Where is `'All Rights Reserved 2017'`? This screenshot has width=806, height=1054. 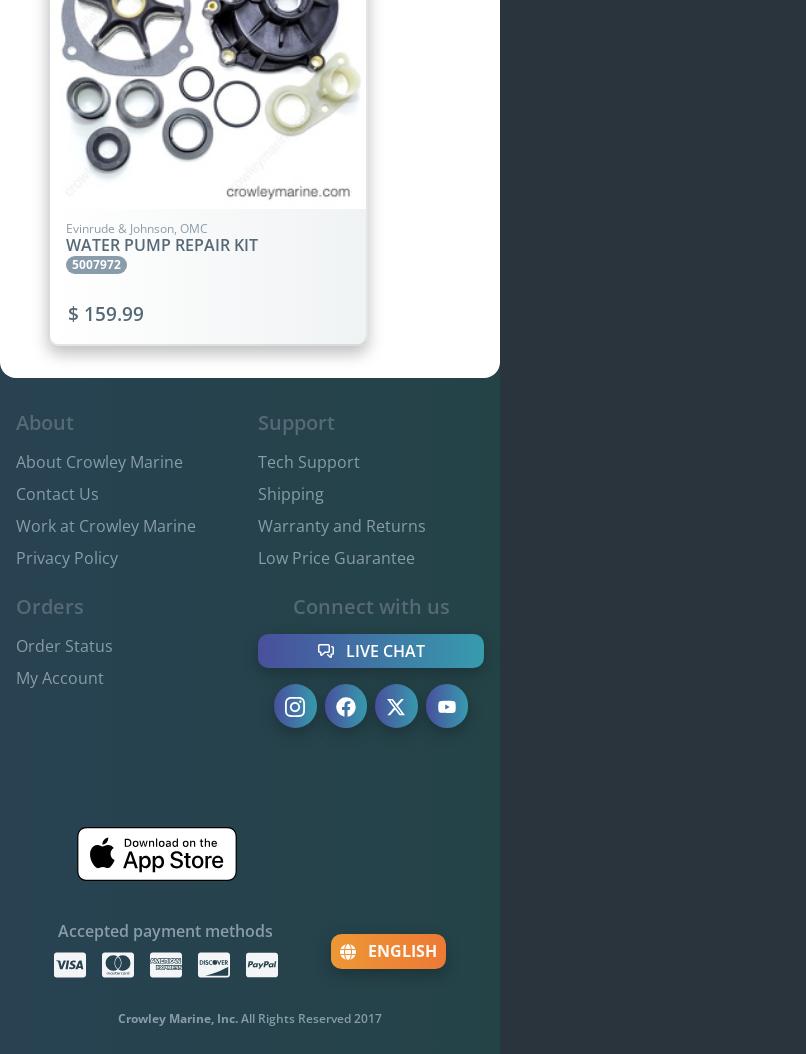
'All Rights Reserved 2017' is located at coordinates (311, 1017).